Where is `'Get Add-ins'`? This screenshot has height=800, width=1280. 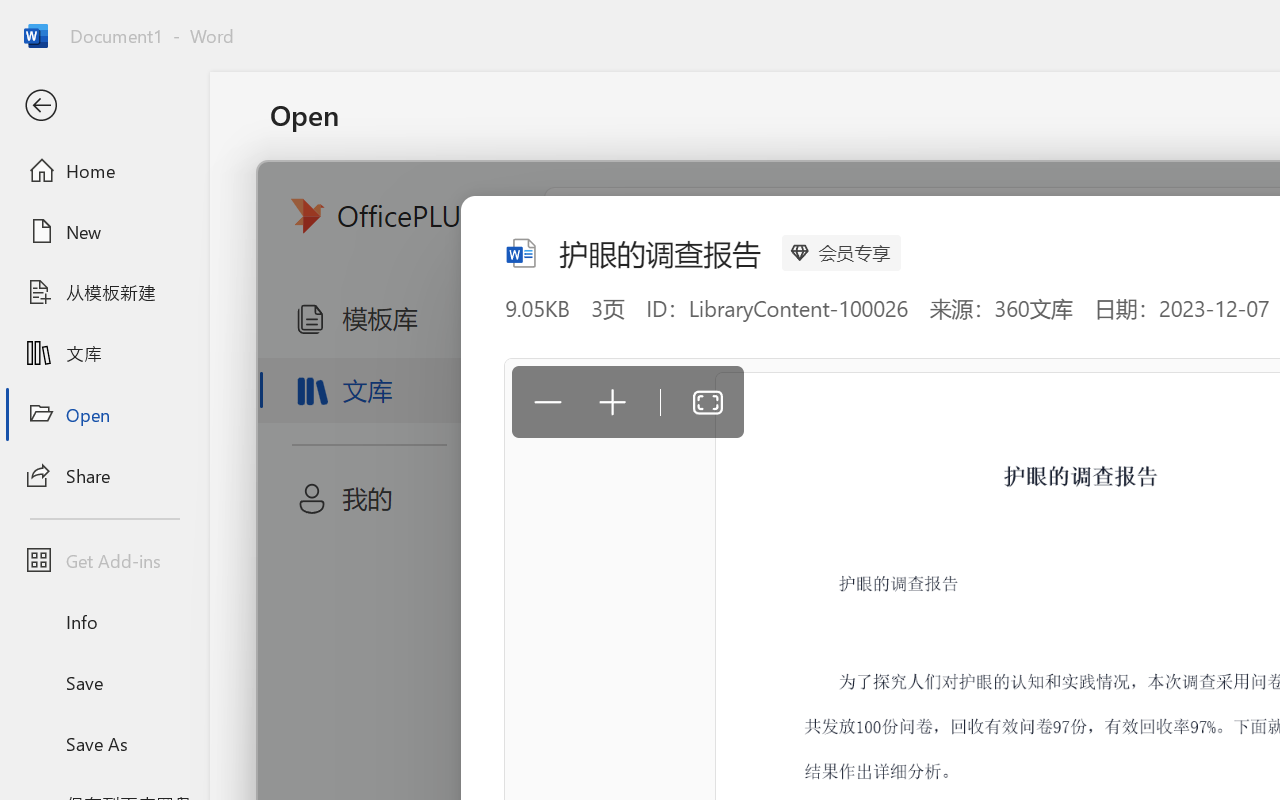
'Get Add-ins' is located at coordinates (103, 560).